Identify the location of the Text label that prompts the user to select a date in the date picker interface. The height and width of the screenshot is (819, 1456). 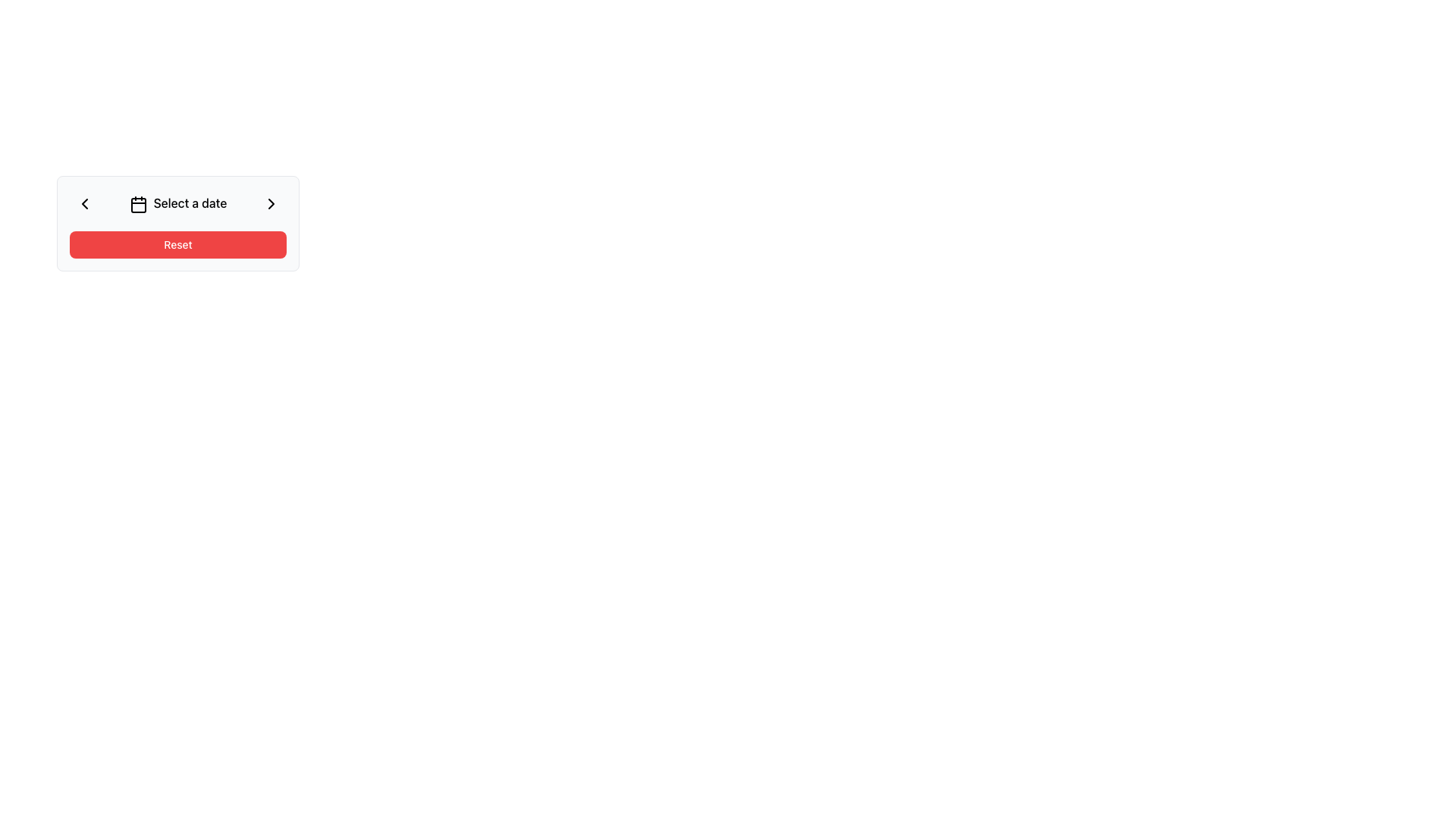
(189, 202).